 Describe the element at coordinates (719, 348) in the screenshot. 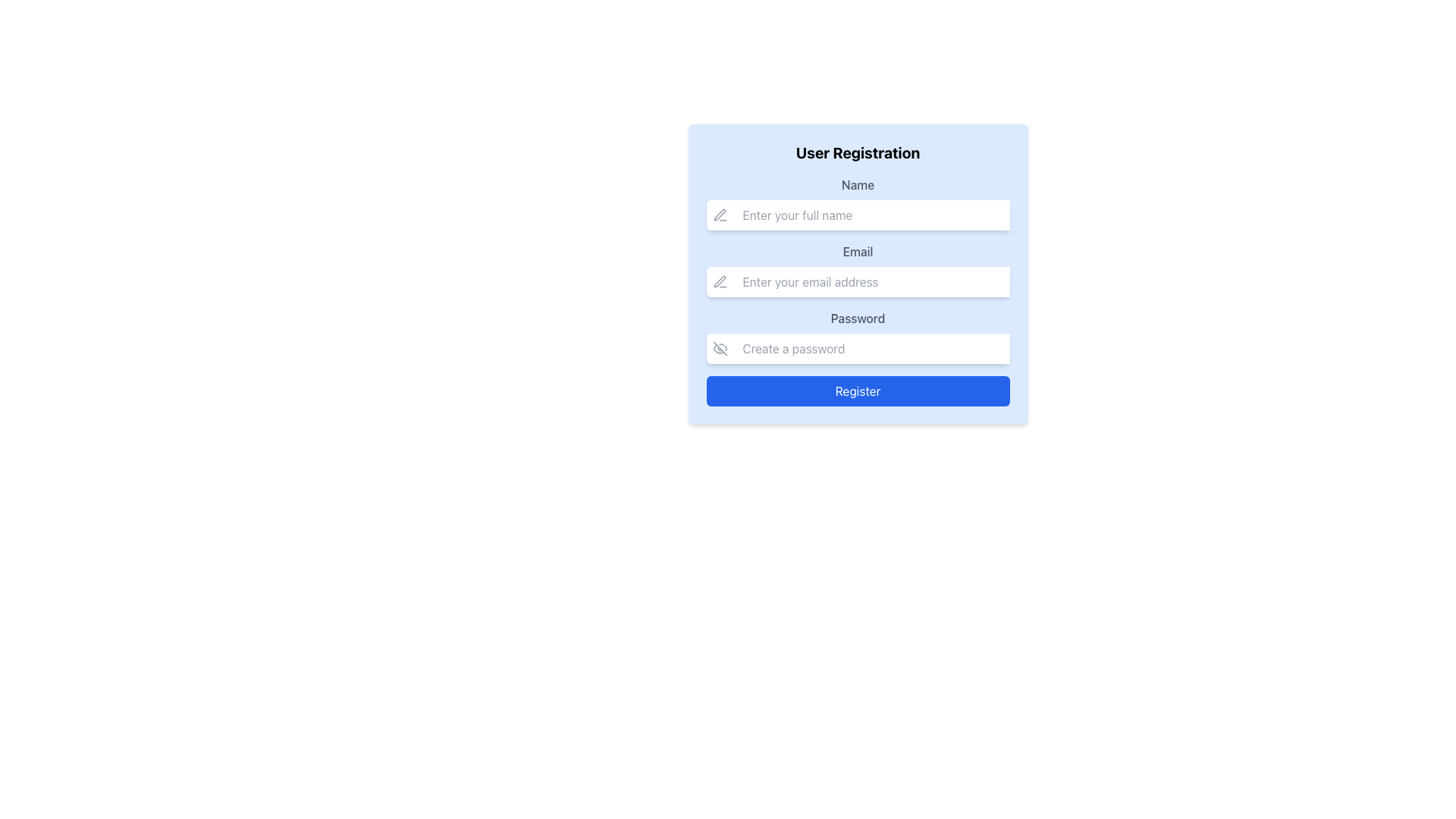

I see `the eye icon with a diagonal slash through it, which is embedded in the button next to the password input field` at that location.